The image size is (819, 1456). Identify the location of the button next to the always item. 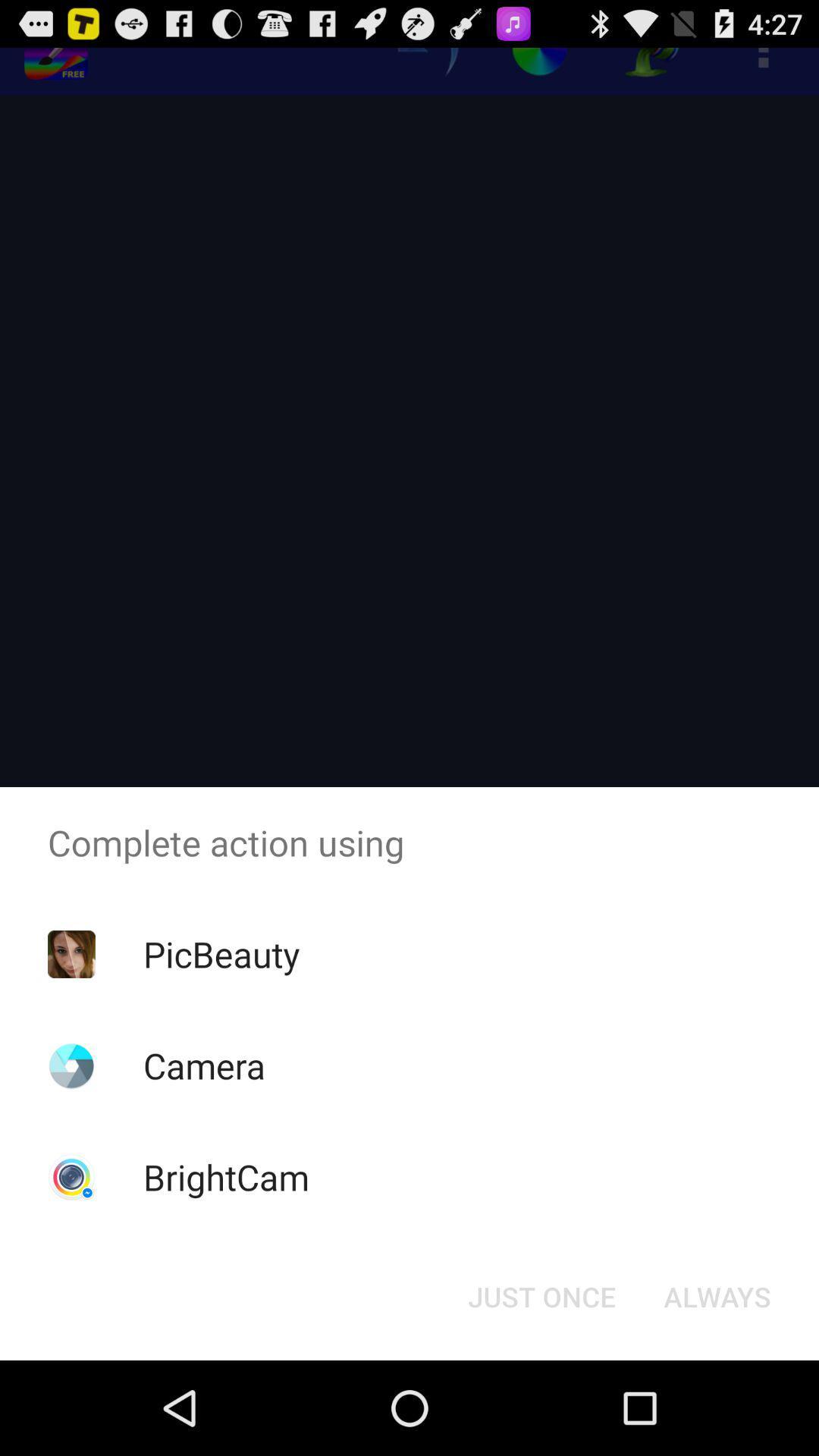
(541, 1295).